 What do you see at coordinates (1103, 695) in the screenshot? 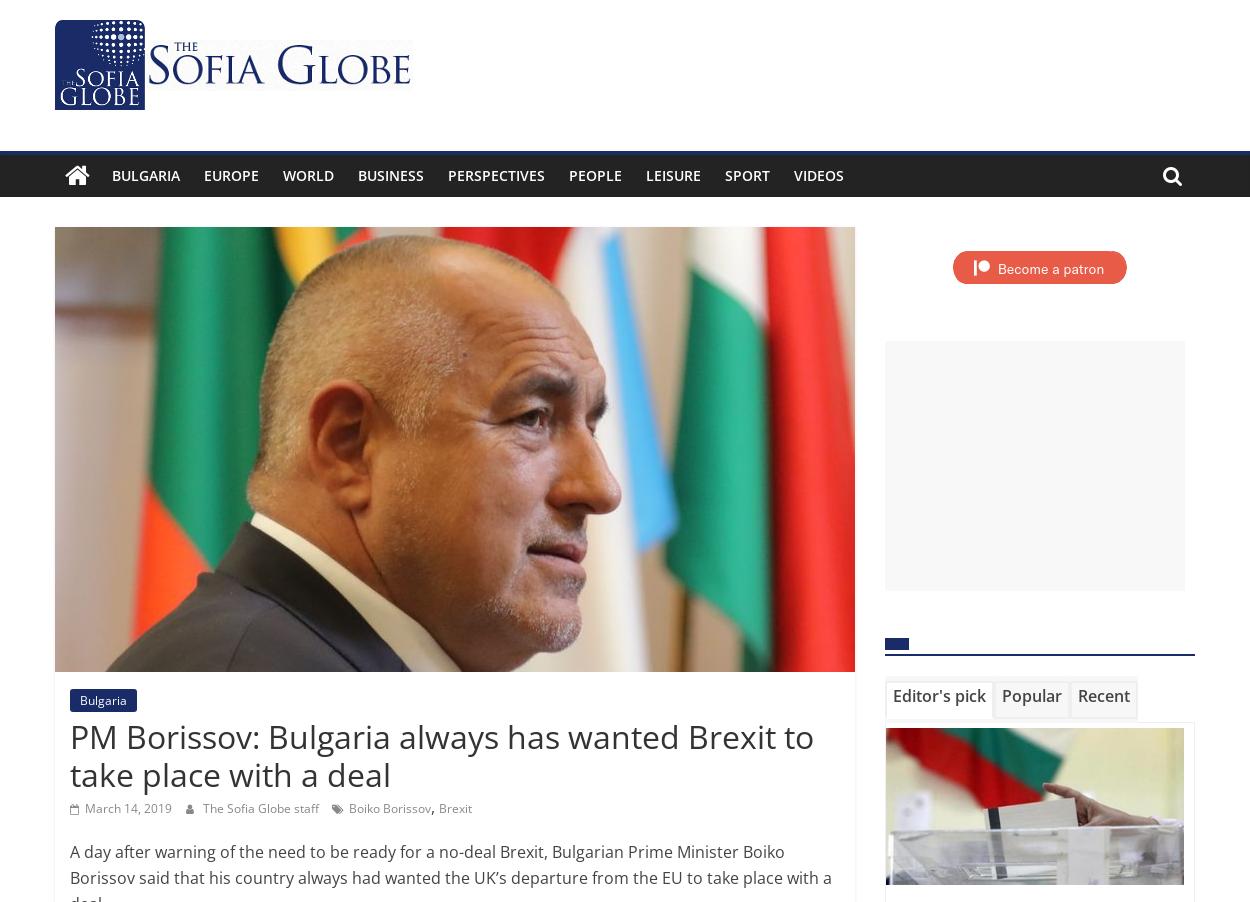
I see `'Recent'` at bounding box center [1103, 695].